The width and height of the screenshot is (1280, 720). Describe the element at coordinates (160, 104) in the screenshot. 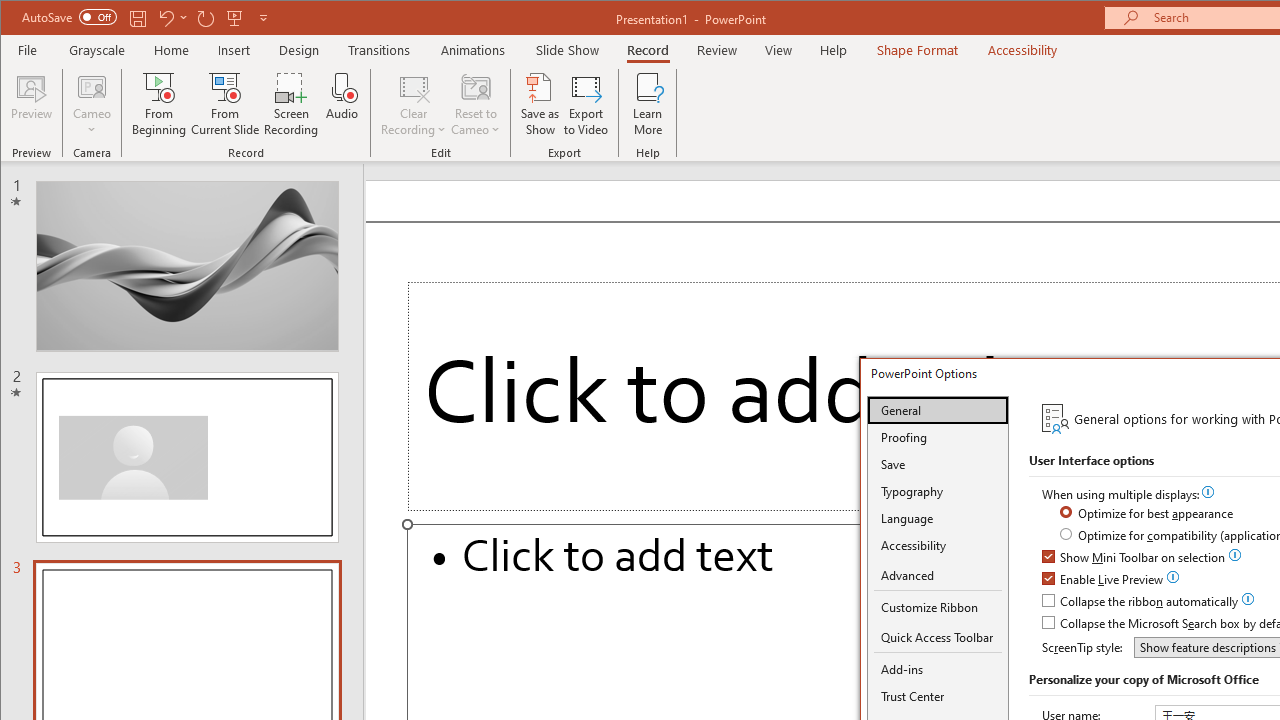

I see `'From Beginning...'` at that location.